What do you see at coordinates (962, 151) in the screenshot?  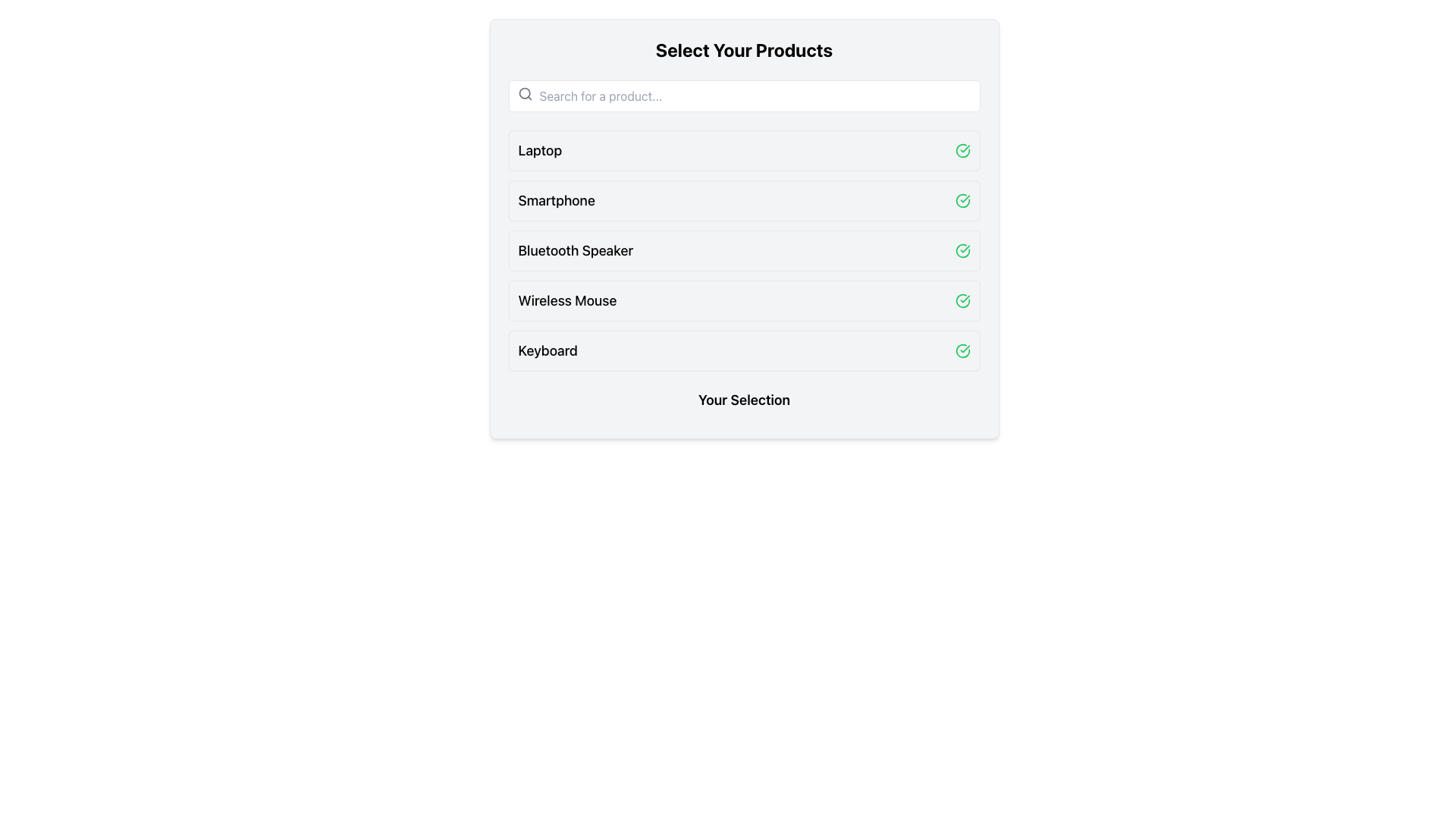 I see `the icon that signifies the selection of the 'Laptop' item in the list, located at the far right side of the row labeled 'Laptop'` at bounding box center [962, 151].